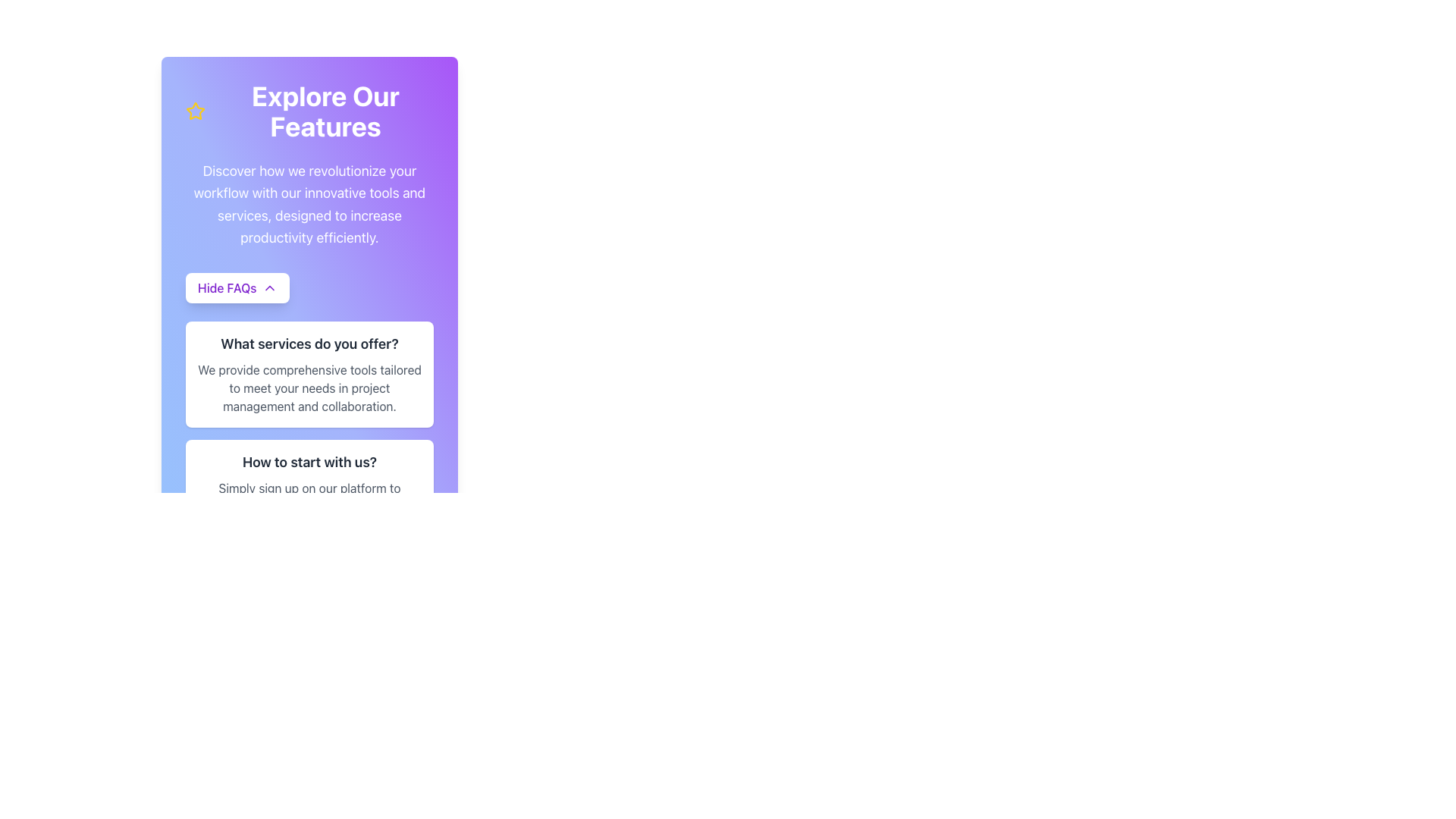 Image resolution: width=1456 pixels, height=819 pixels. Describe the element at coordinates (309, 203) in the screenshot. I see `text content from the descriptive text block located beneath the heading 'Explore Our Features' and above the 'Hide FAQs' button` at that location.